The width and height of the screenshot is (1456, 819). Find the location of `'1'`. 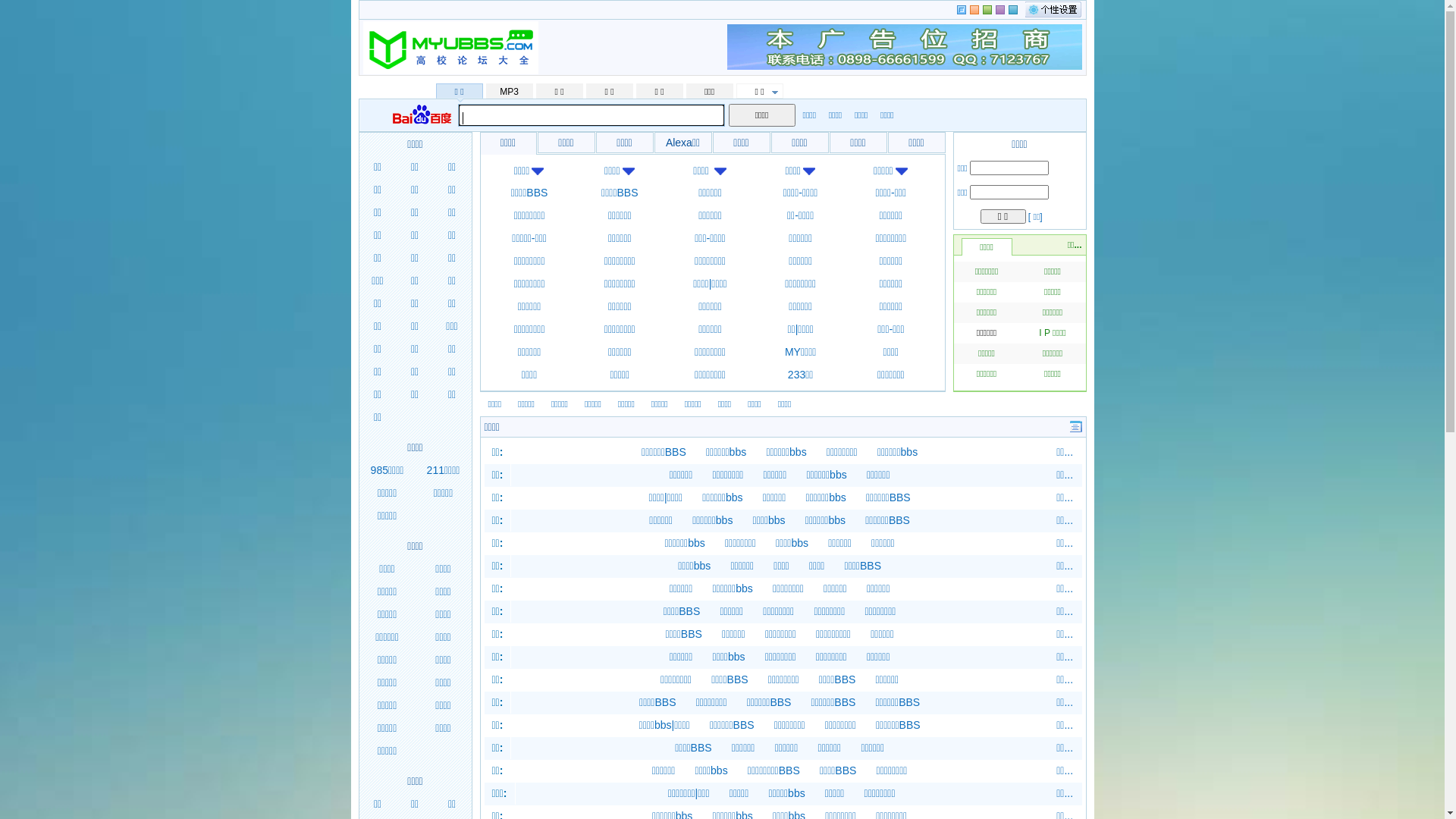

'1' is located at coordinates (973, 9).